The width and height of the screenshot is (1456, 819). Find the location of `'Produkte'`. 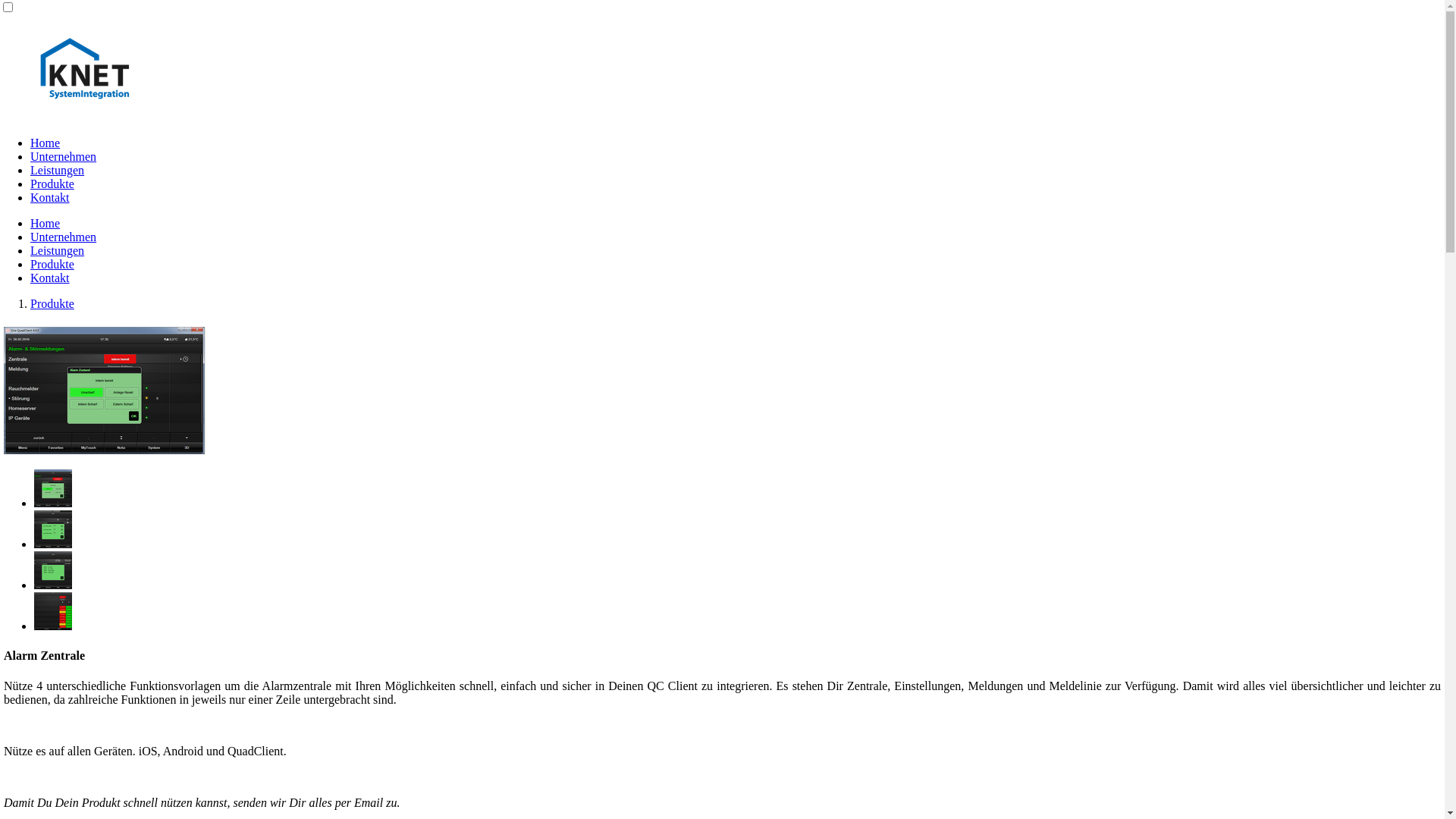

'Produkte' is located at coordinates (30, 183).